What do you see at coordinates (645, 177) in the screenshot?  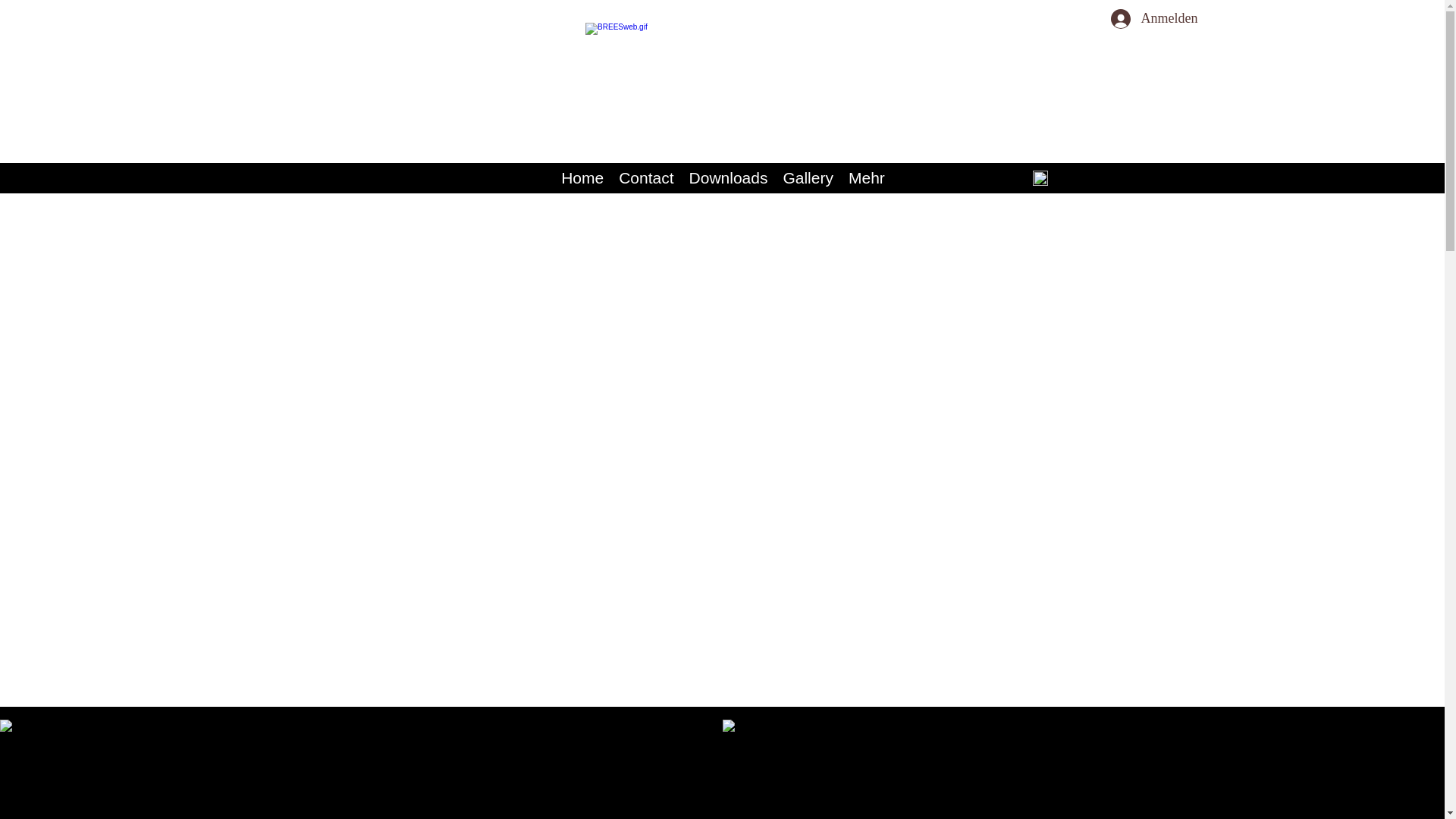 I see `'Contact'` at bounding box center [645, 177].